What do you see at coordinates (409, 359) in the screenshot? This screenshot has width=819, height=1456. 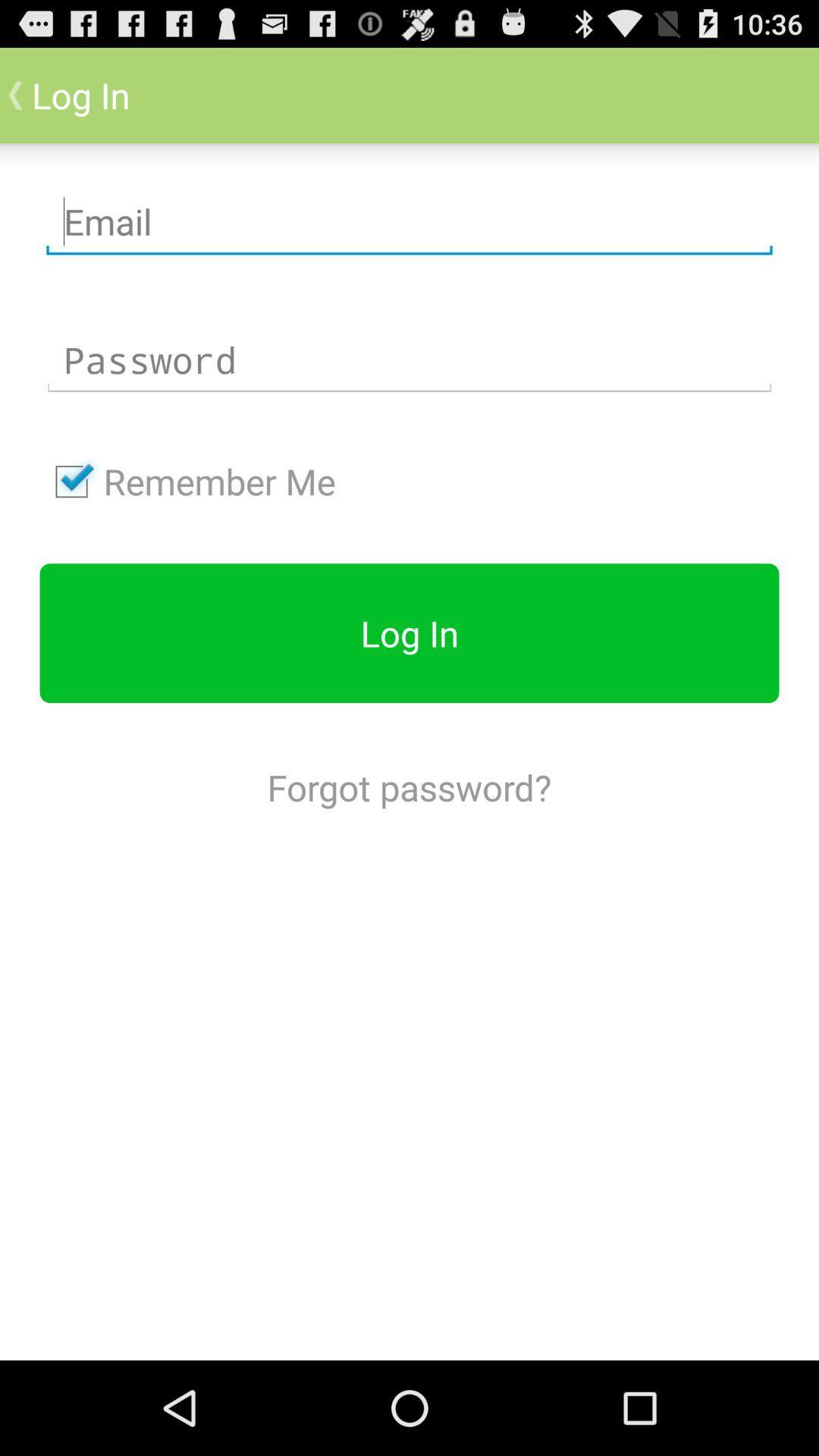 I see `a line to type in your password` at bounding box center [409, 359].